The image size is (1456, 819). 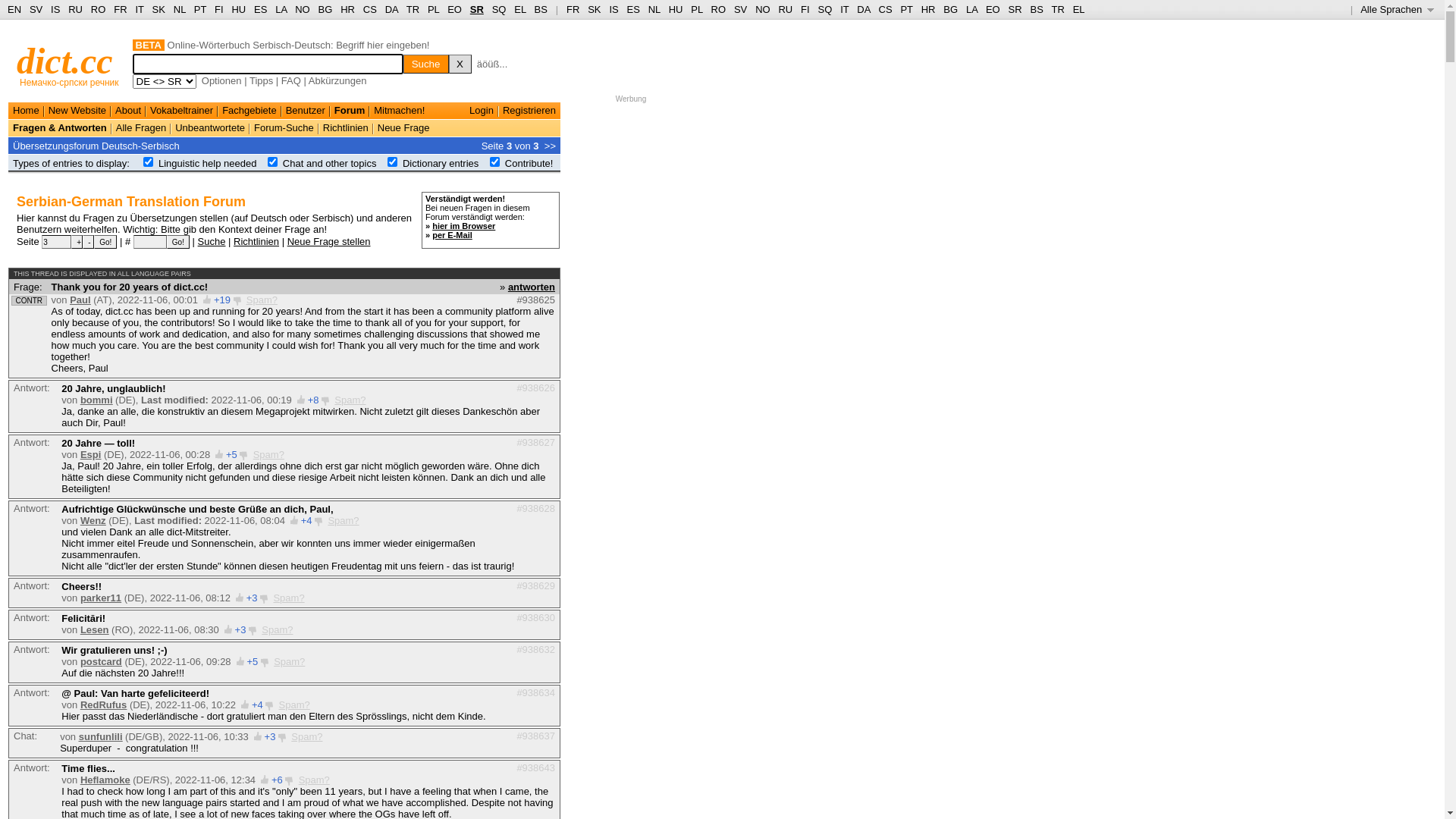 What do you see at coordinates (399, 109) in the screenshot?
I see `'Mitmachen!'` at bounding box center [399, 109].